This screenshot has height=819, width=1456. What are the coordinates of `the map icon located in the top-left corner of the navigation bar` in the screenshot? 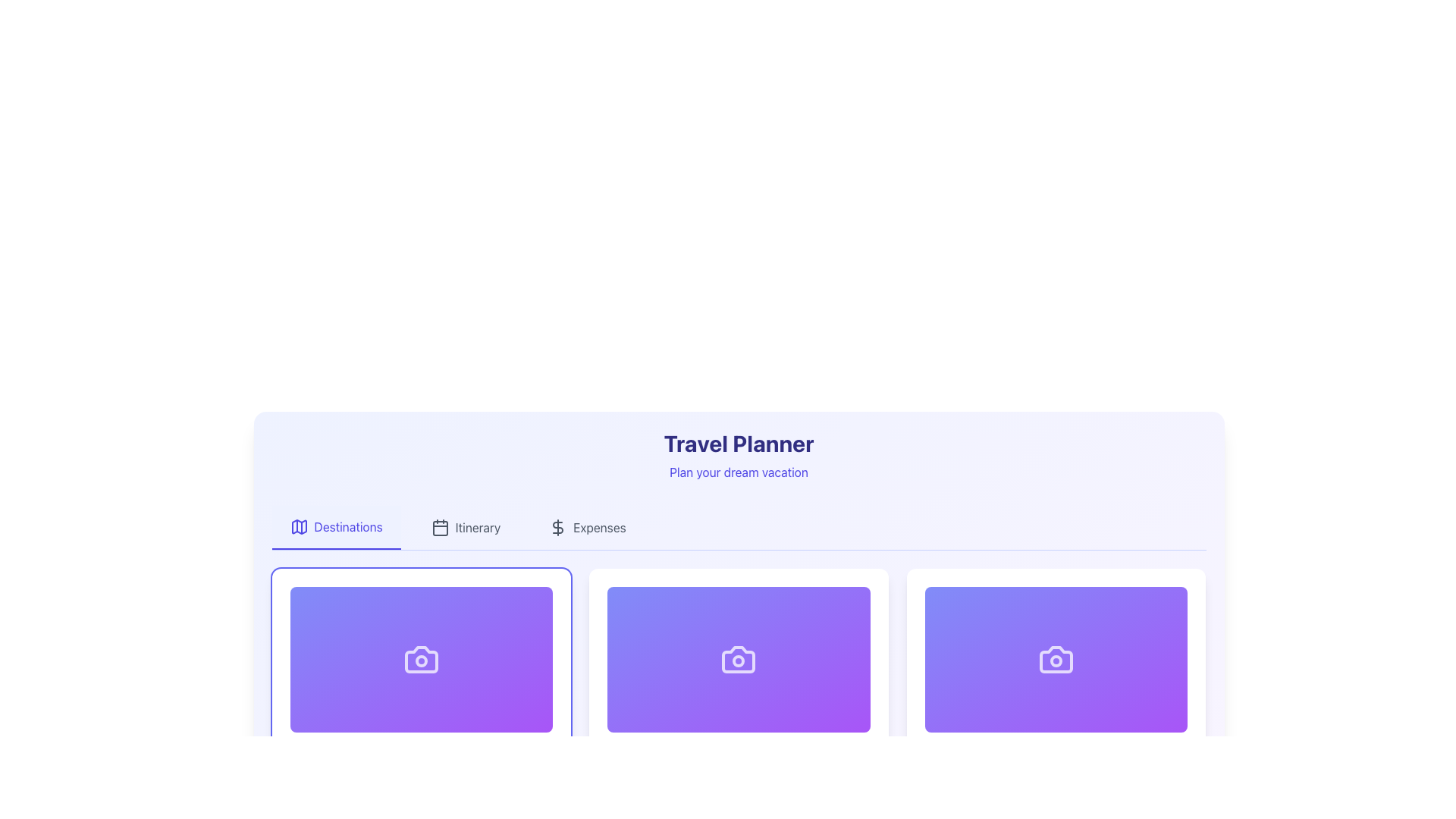 It's located at (299, 526).